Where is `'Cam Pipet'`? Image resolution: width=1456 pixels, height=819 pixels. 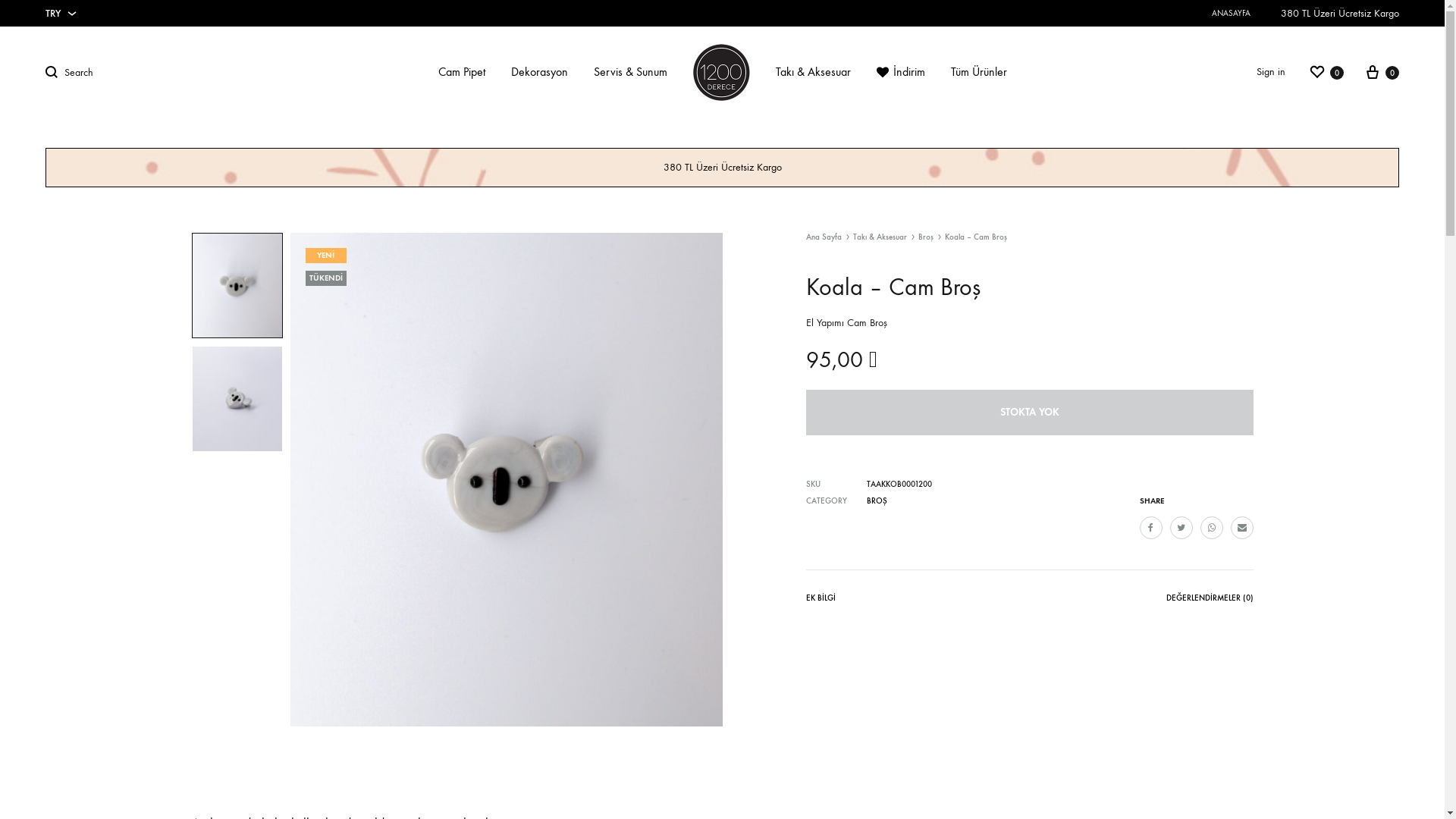 'Cam Pipet' is located at coordinates (461, 72).